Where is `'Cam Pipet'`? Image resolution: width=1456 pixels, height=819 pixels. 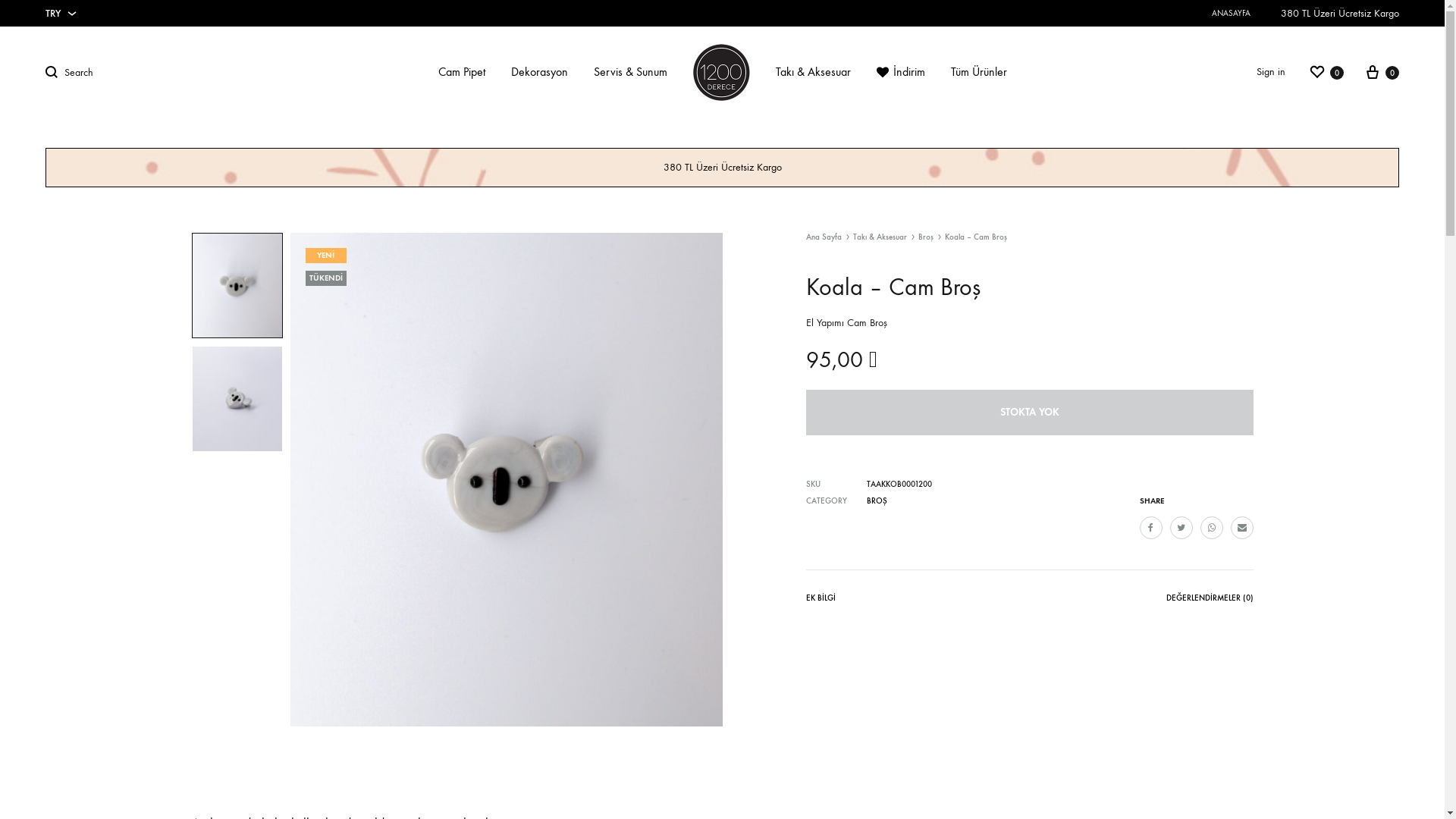 'Cam Pipet' is located at coordinates (461, 72).